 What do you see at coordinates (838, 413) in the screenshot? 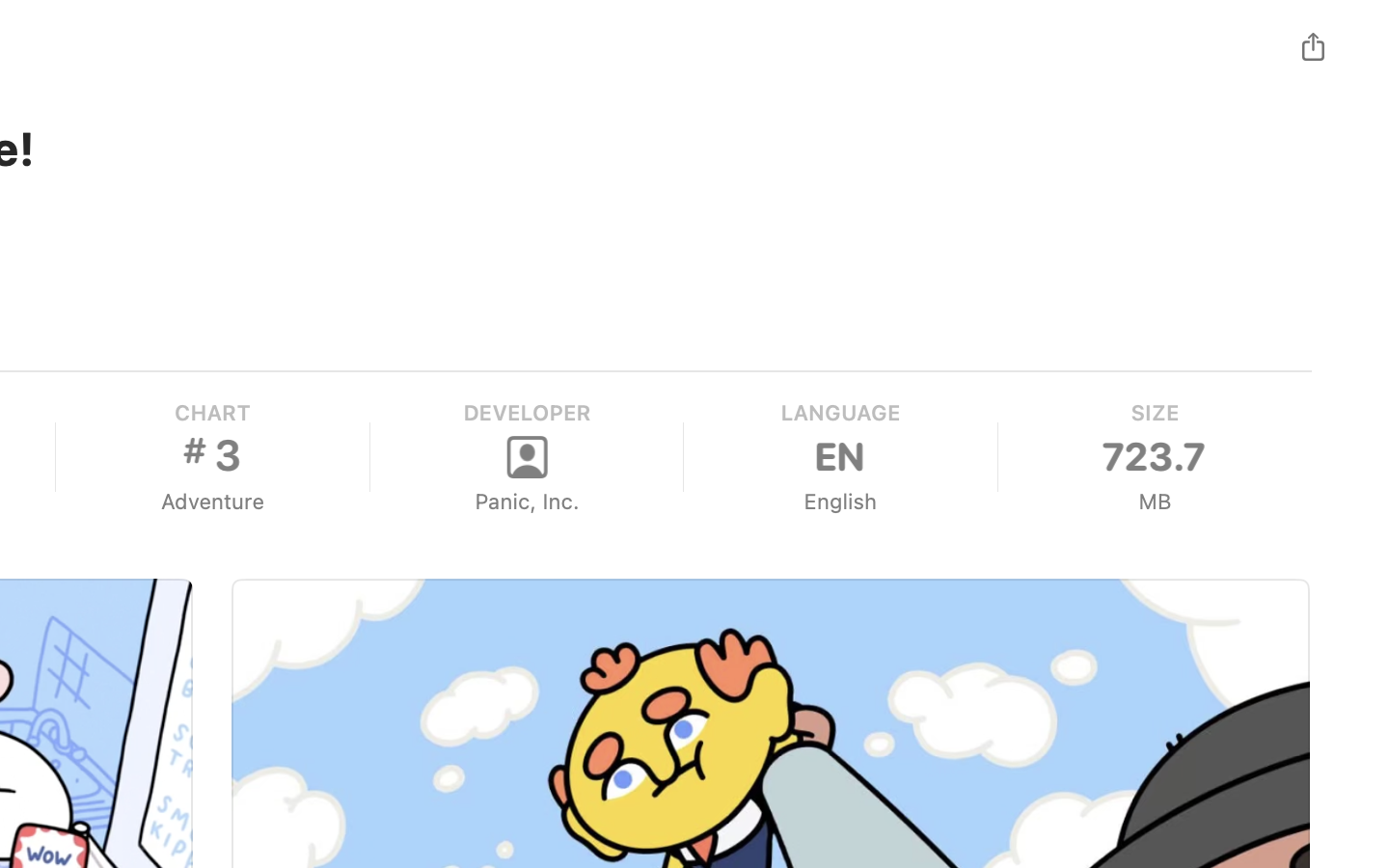
I see `'LANGUAGE'` at bounding box center [838, 413].